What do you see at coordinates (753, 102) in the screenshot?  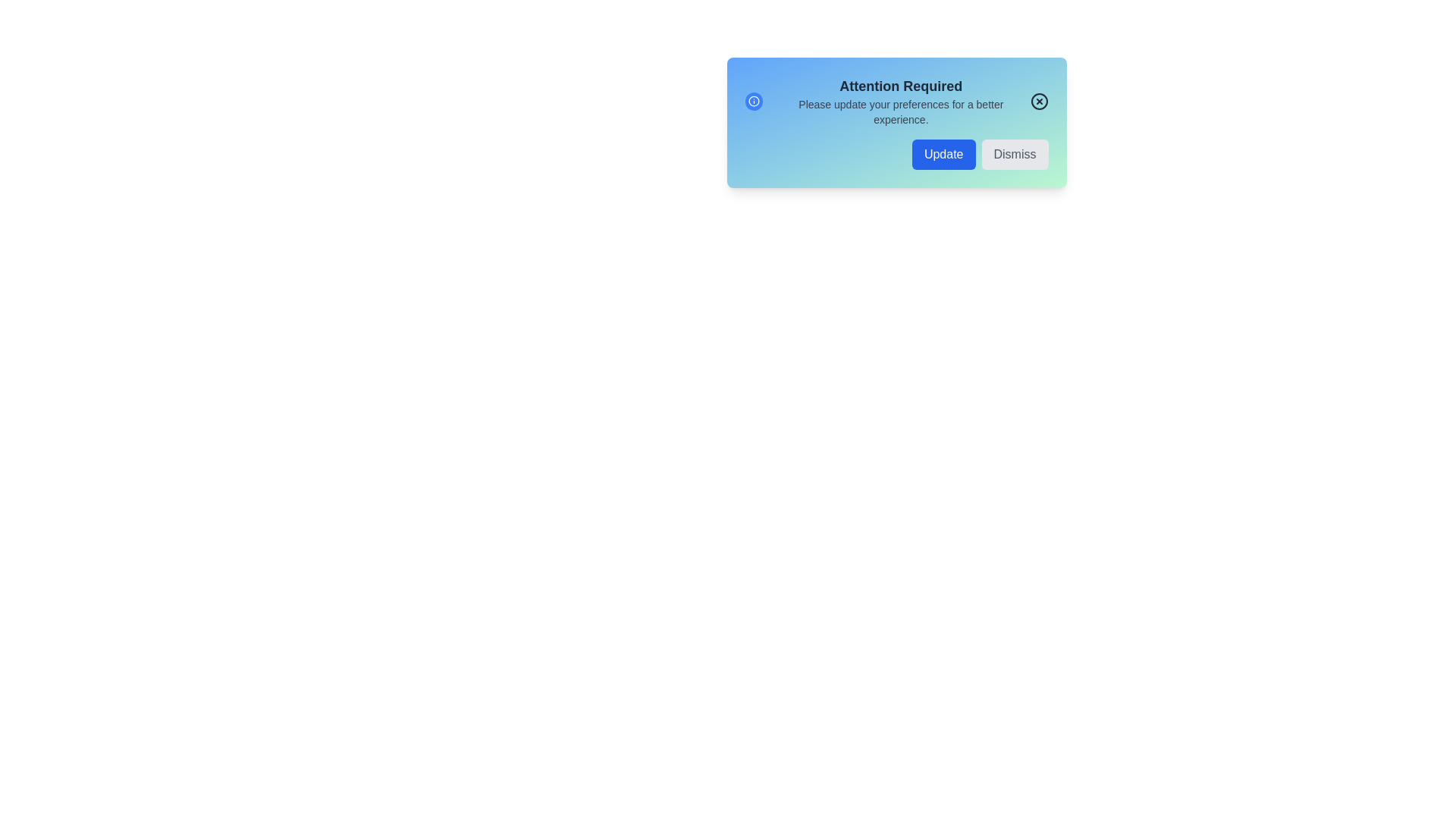 I see `the informational icon to explore its interactions` at bounding box center [753, 102].